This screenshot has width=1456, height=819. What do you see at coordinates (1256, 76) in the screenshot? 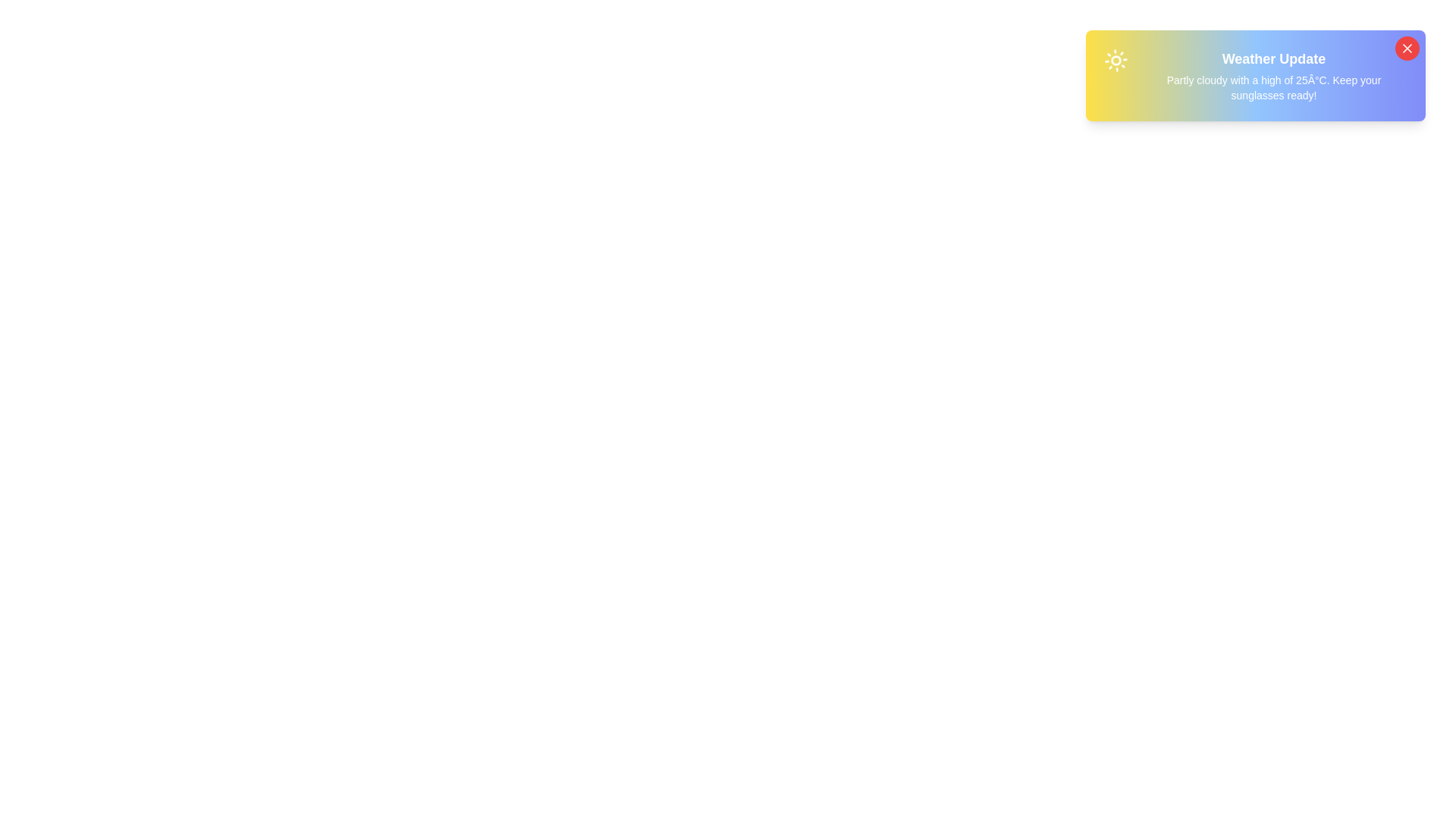
I see `the notification area to focus on it` at bounding box center [1256, 76].